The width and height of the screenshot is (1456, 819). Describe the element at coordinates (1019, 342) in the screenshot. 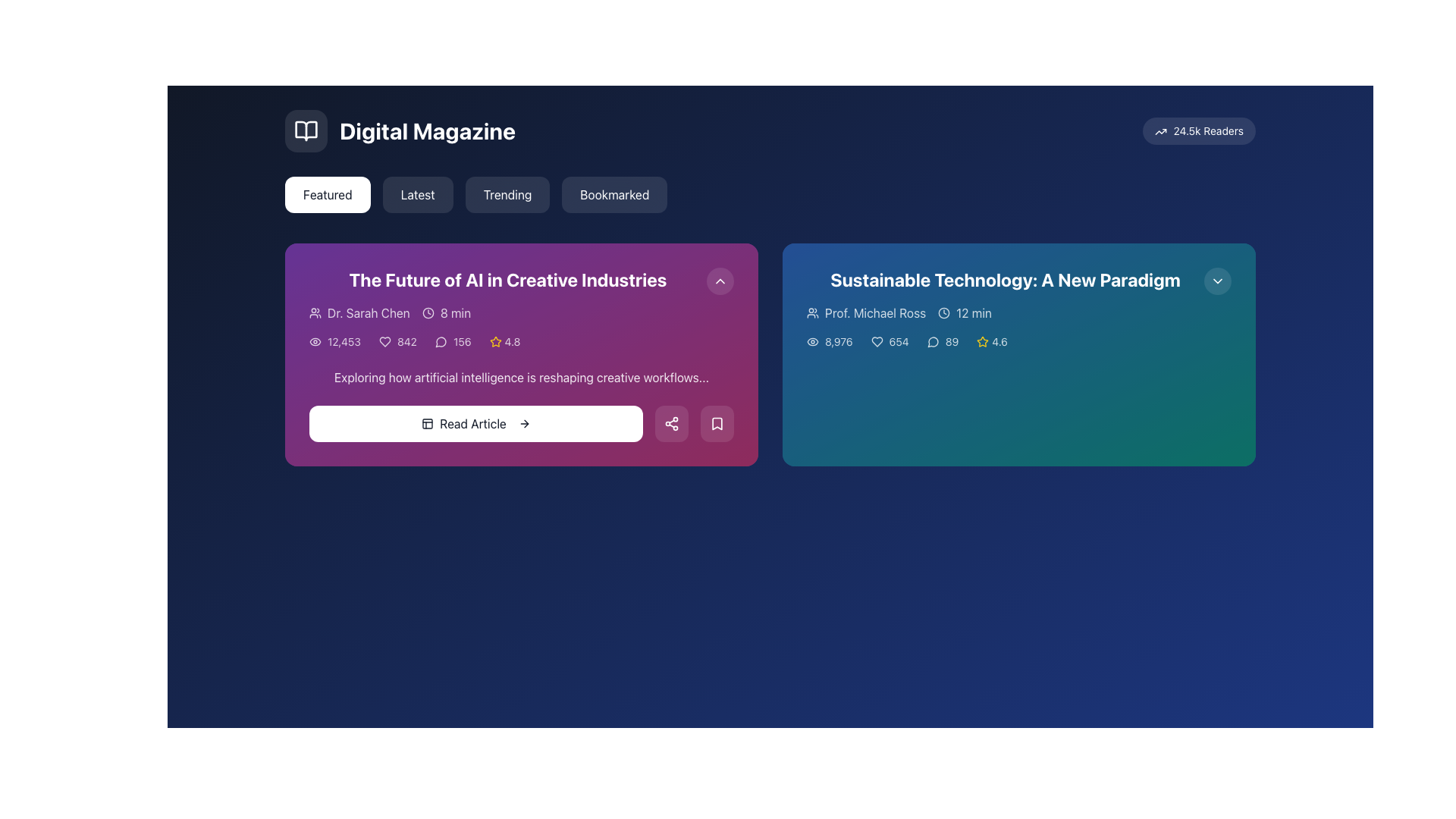

I see `on the information display row containing engagement metrics and ratings located in the bottom section of the card labeled 'Sustainable Technology: A New Paradigm'` at that location.